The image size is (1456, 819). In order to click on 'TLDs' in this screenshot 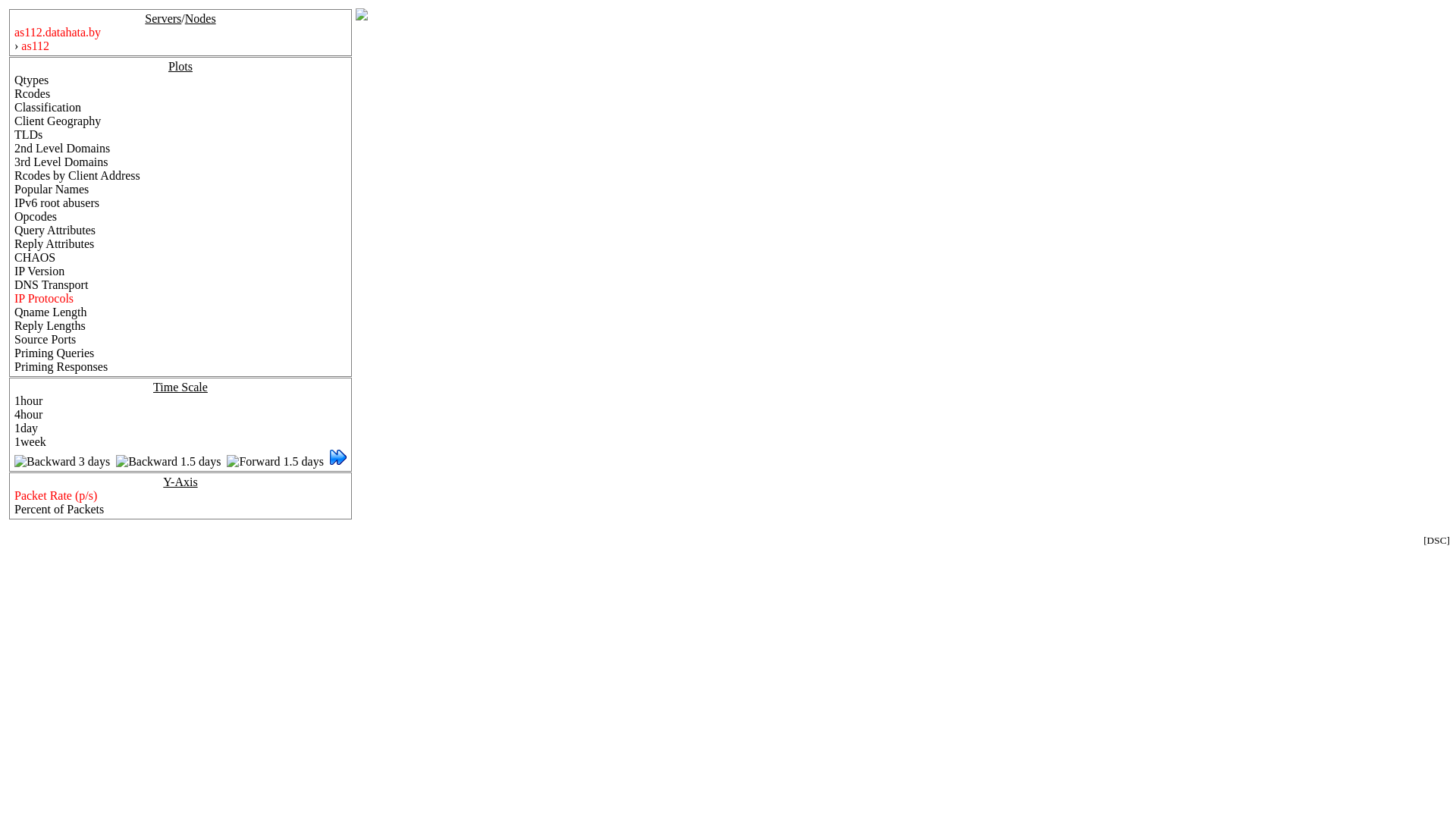, I will do `click(14, 133)`.